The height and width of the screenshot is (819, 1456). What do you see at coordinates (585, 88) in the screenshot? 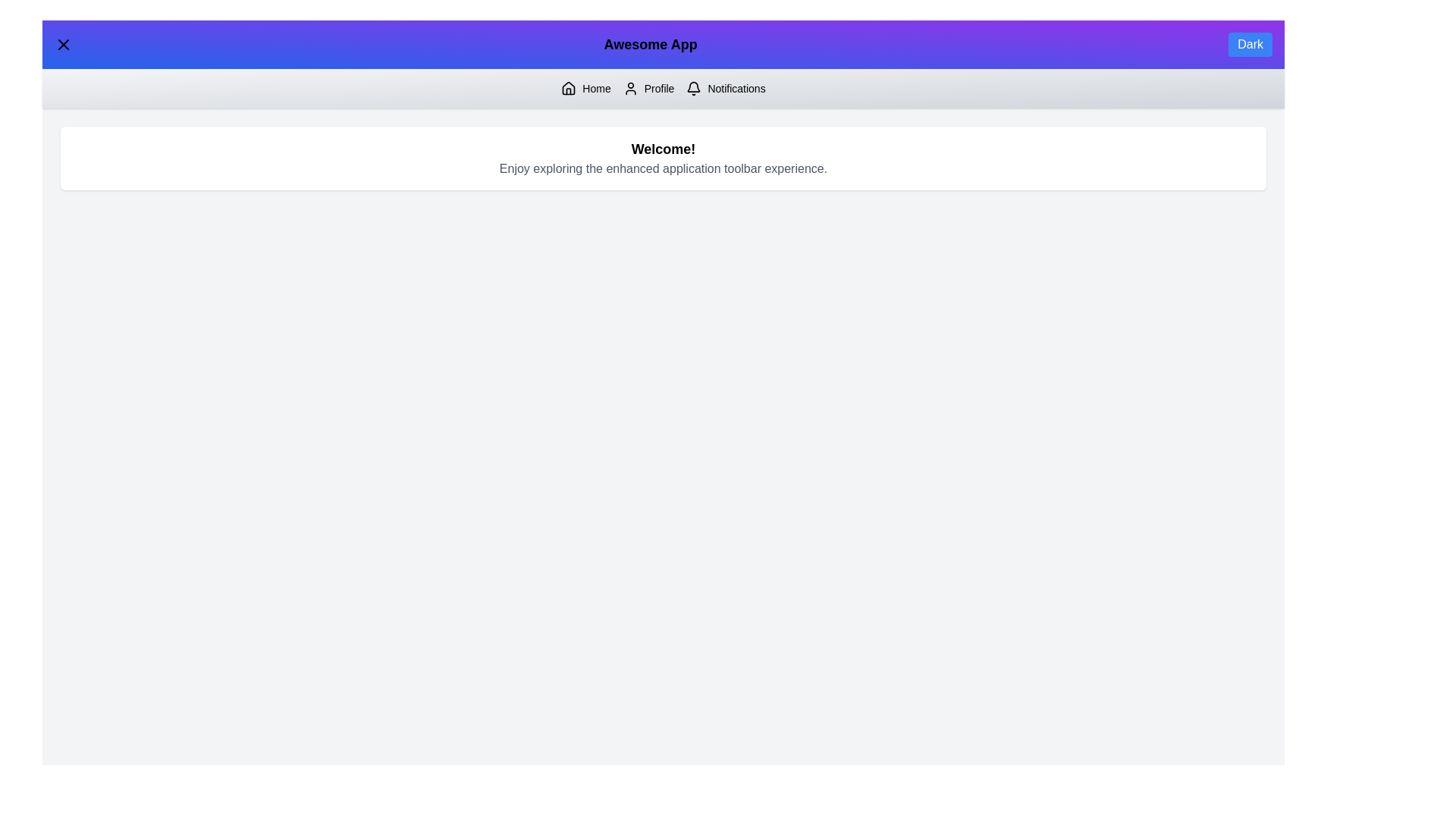
I see `the 'Home' button to navigate to the Home section` at bounding box center [585, 88].